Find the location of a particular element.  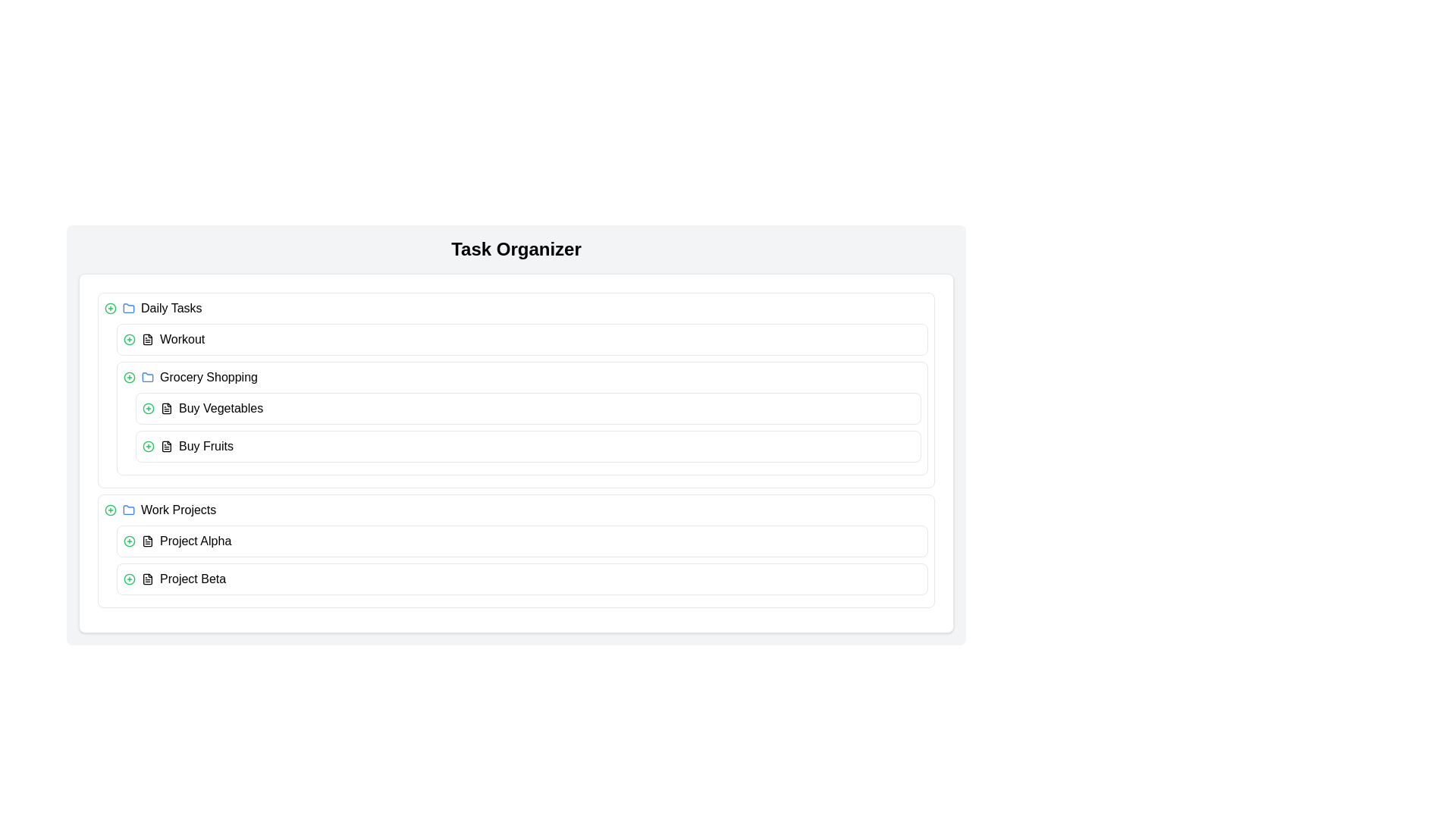

the 'Grocery Shopping' text label located in the 'Daily Tasks' section, positioned beneath 'Workout' and above 'Buy Vegetables' and 'Buy Fruits' is located at coordinates (208, 376).